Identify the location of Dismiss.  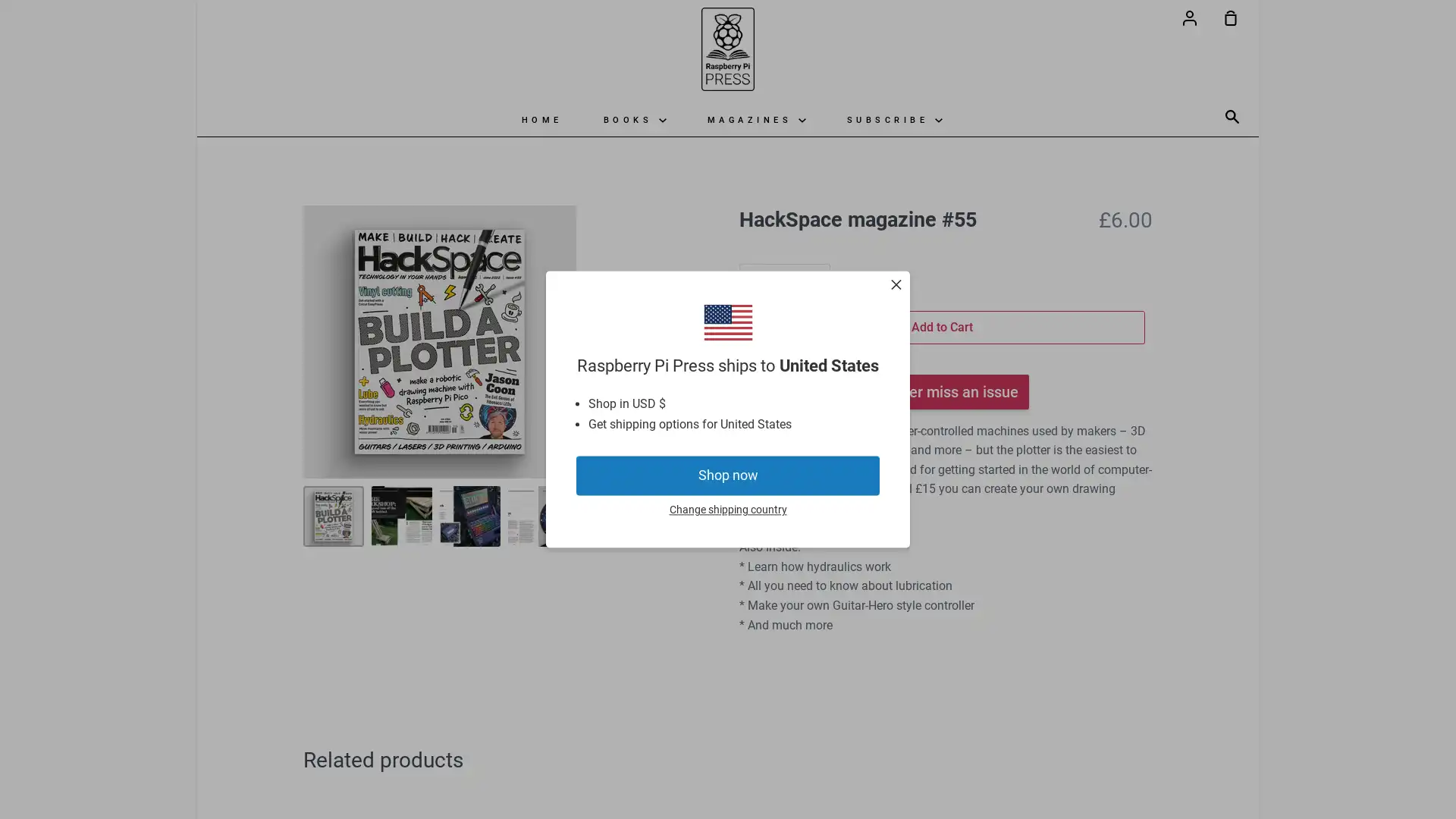
(896, 287).